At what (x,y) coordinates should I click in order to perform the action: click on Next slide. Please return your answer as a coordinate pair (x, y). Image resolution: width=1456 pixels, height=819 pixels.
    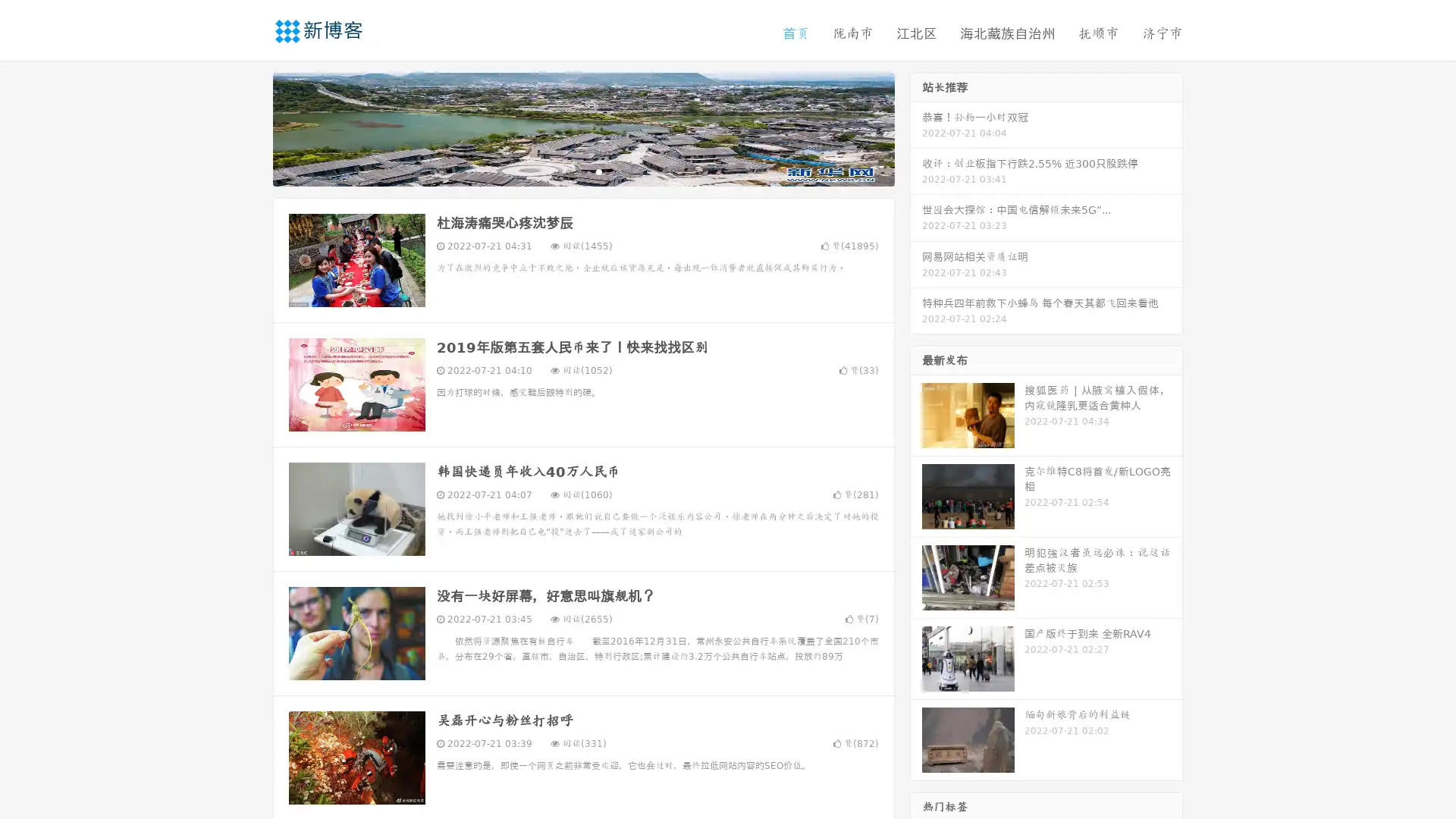
    Looking at the image, I should click on (916, 127).